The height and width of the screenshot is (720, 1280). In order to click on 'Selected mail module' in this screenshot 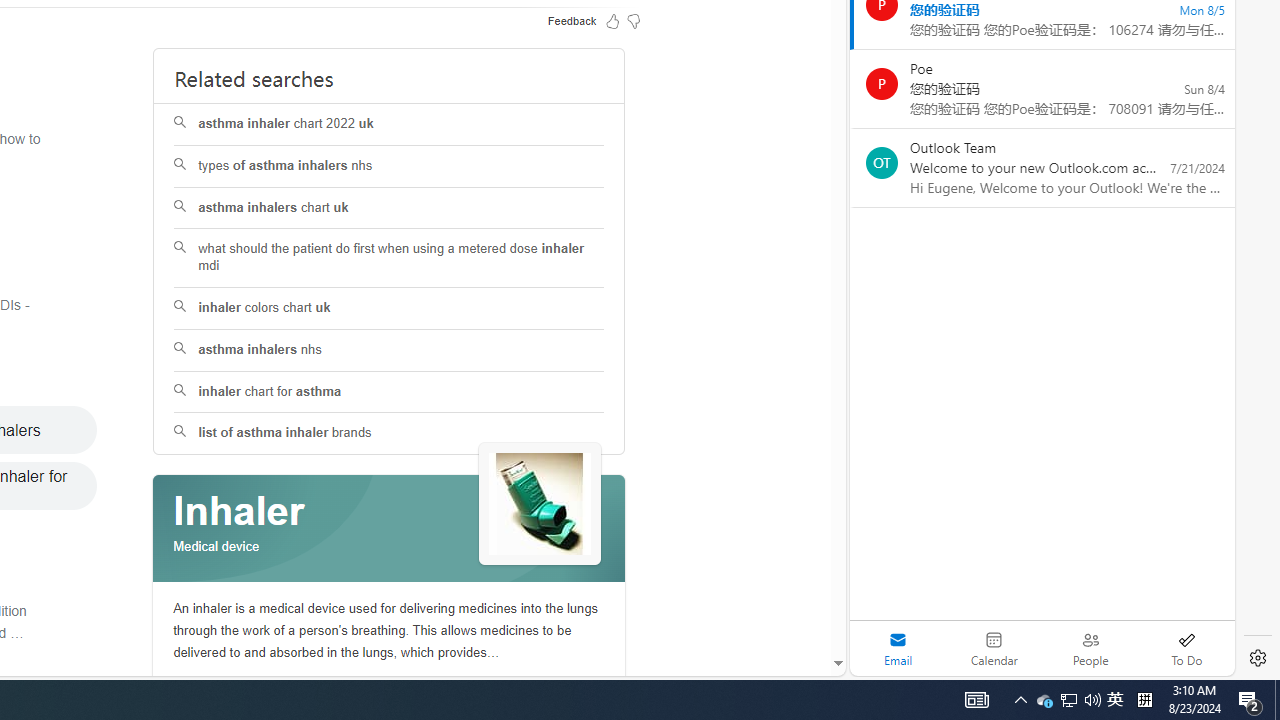, I will do `click(897, 648)`.